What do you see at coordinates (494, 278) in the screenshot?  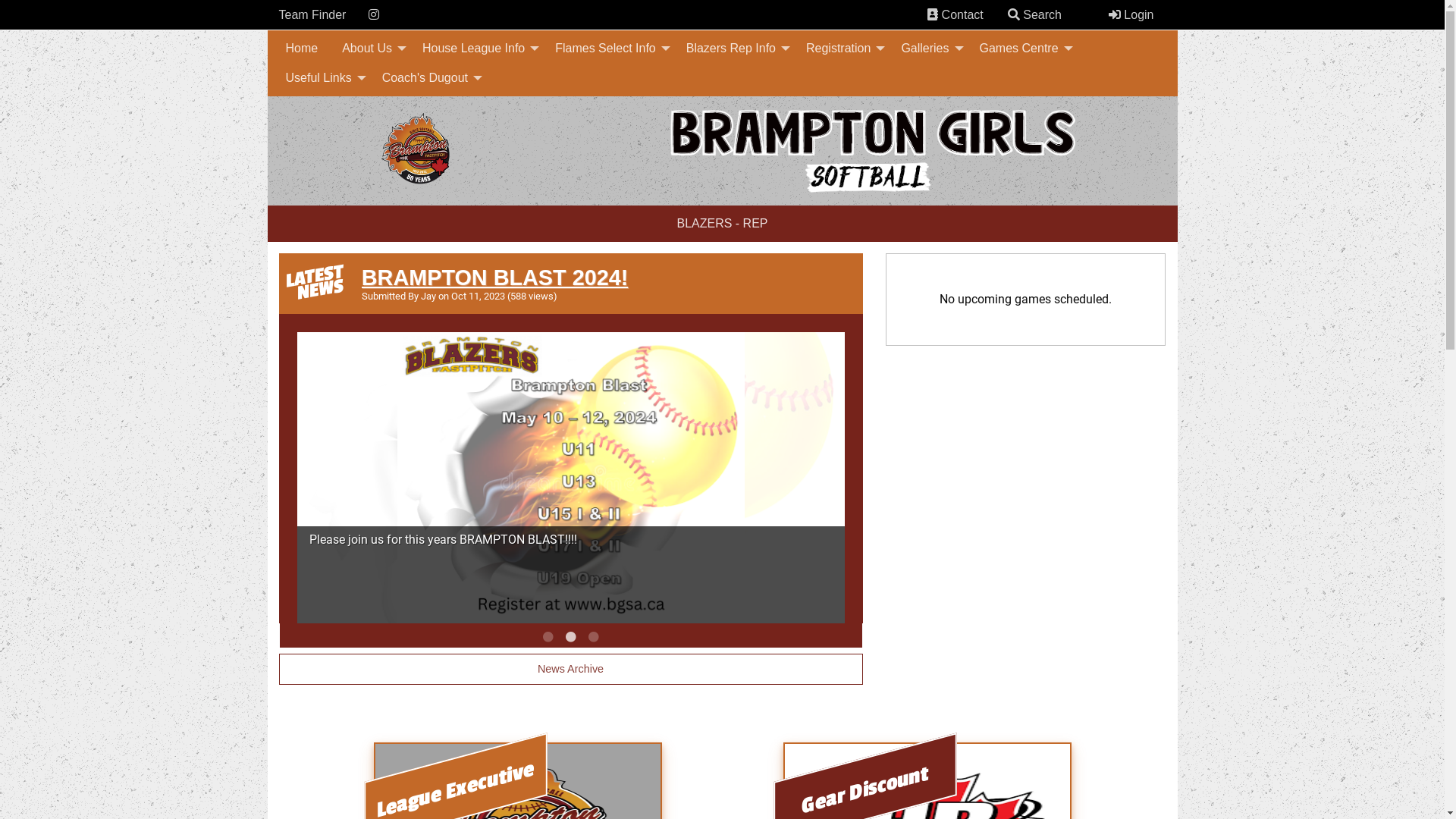 I see `'BRAMPTON BLAST 2024!'` at bounding box center [494, 278].